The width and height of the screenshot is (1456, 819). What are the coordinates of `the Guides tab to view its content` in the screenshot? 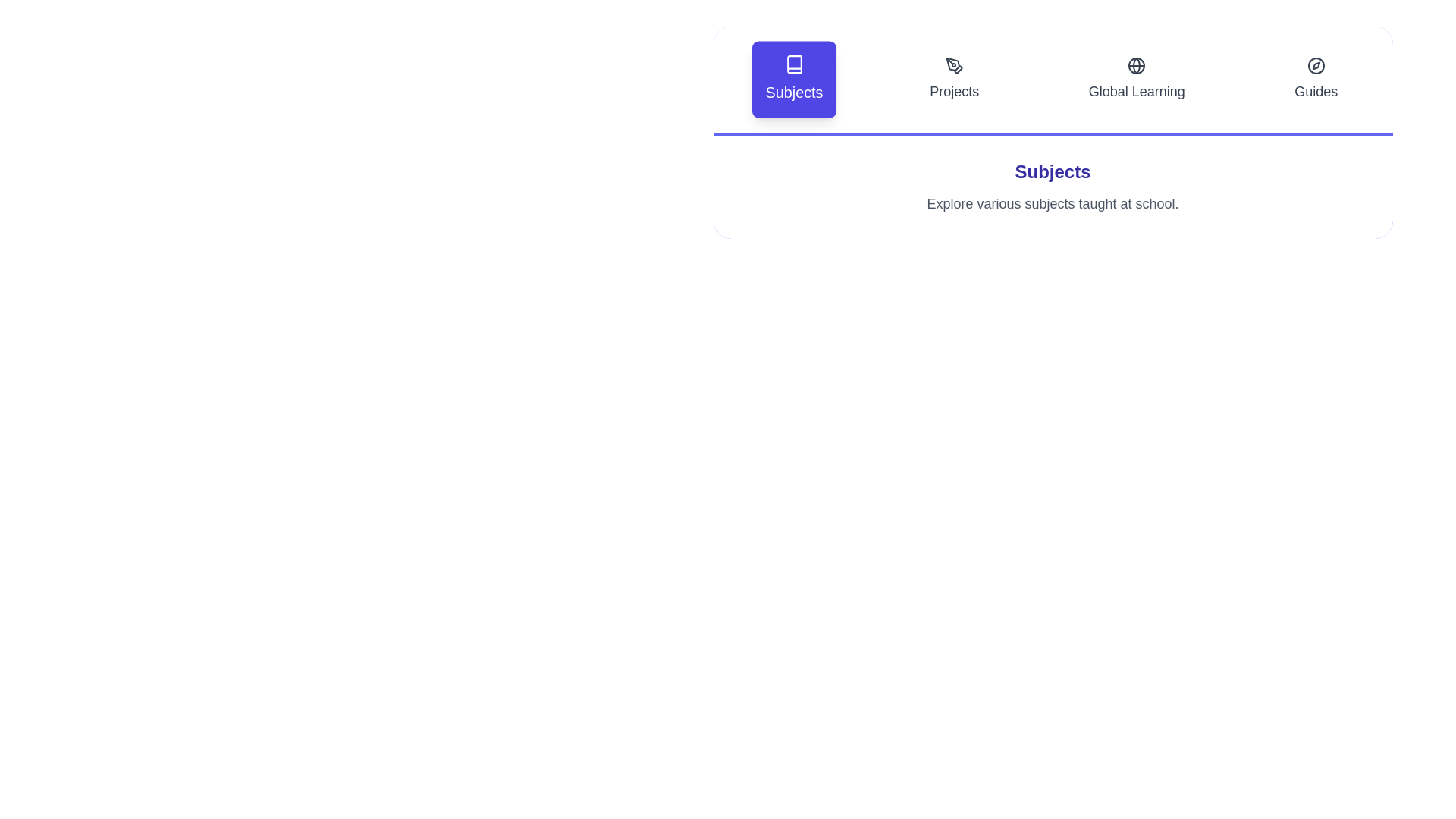 It's located at (1316, 79).